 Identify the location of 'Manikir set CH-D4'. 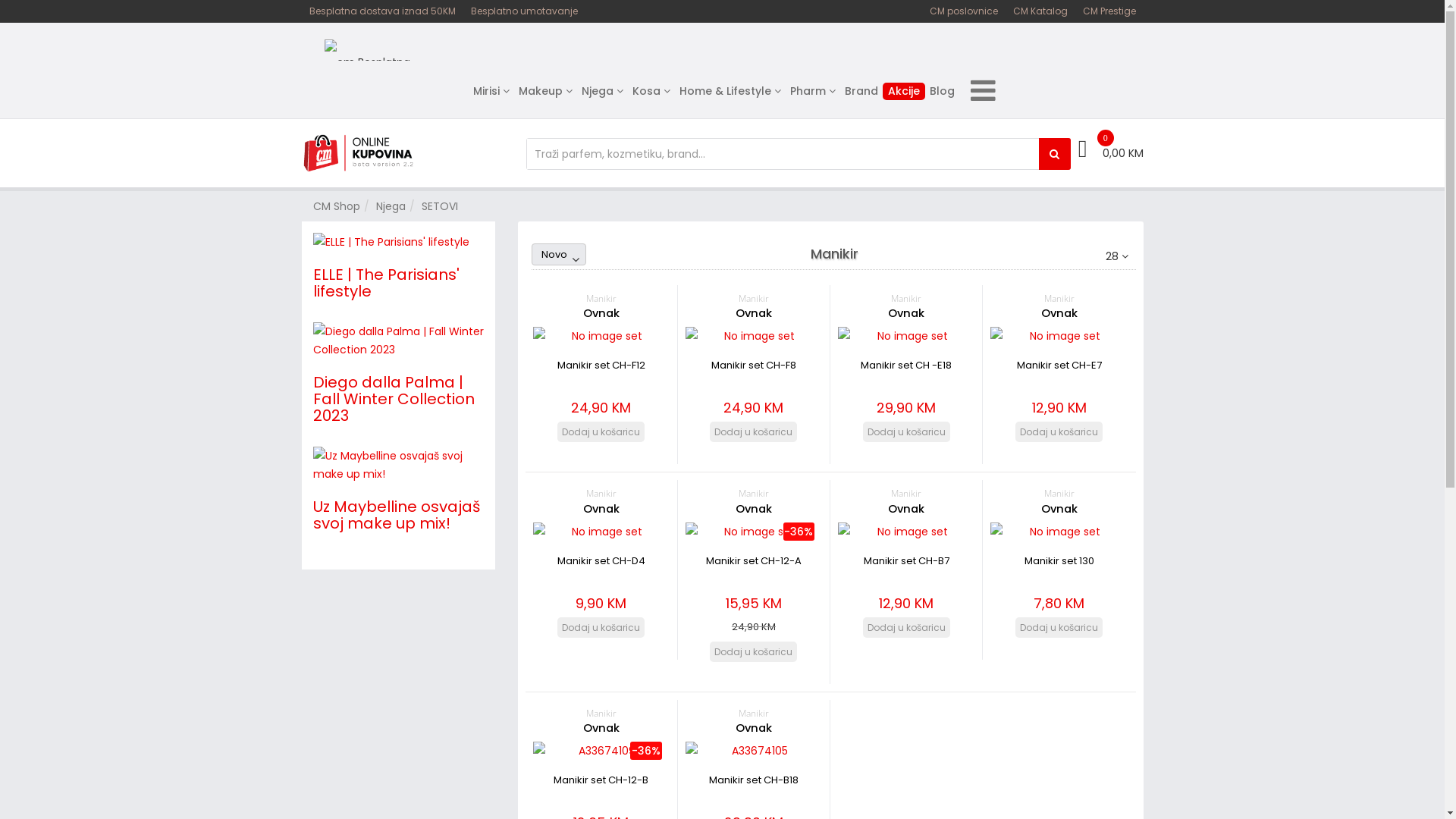
(600, 560).